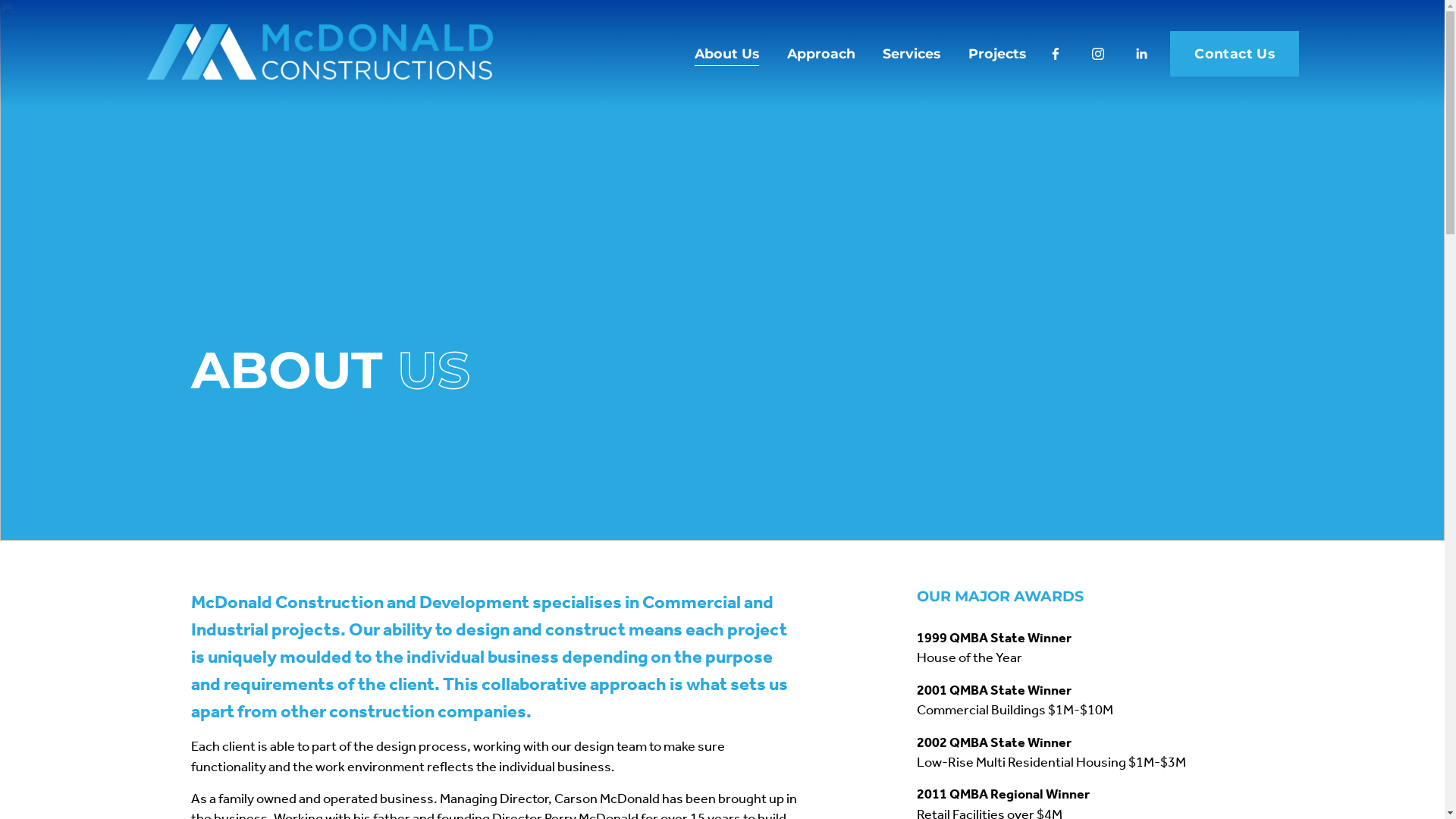  Describe the element at coordinates (910, 52) in the screenshot. I see `'Services'` at that location.